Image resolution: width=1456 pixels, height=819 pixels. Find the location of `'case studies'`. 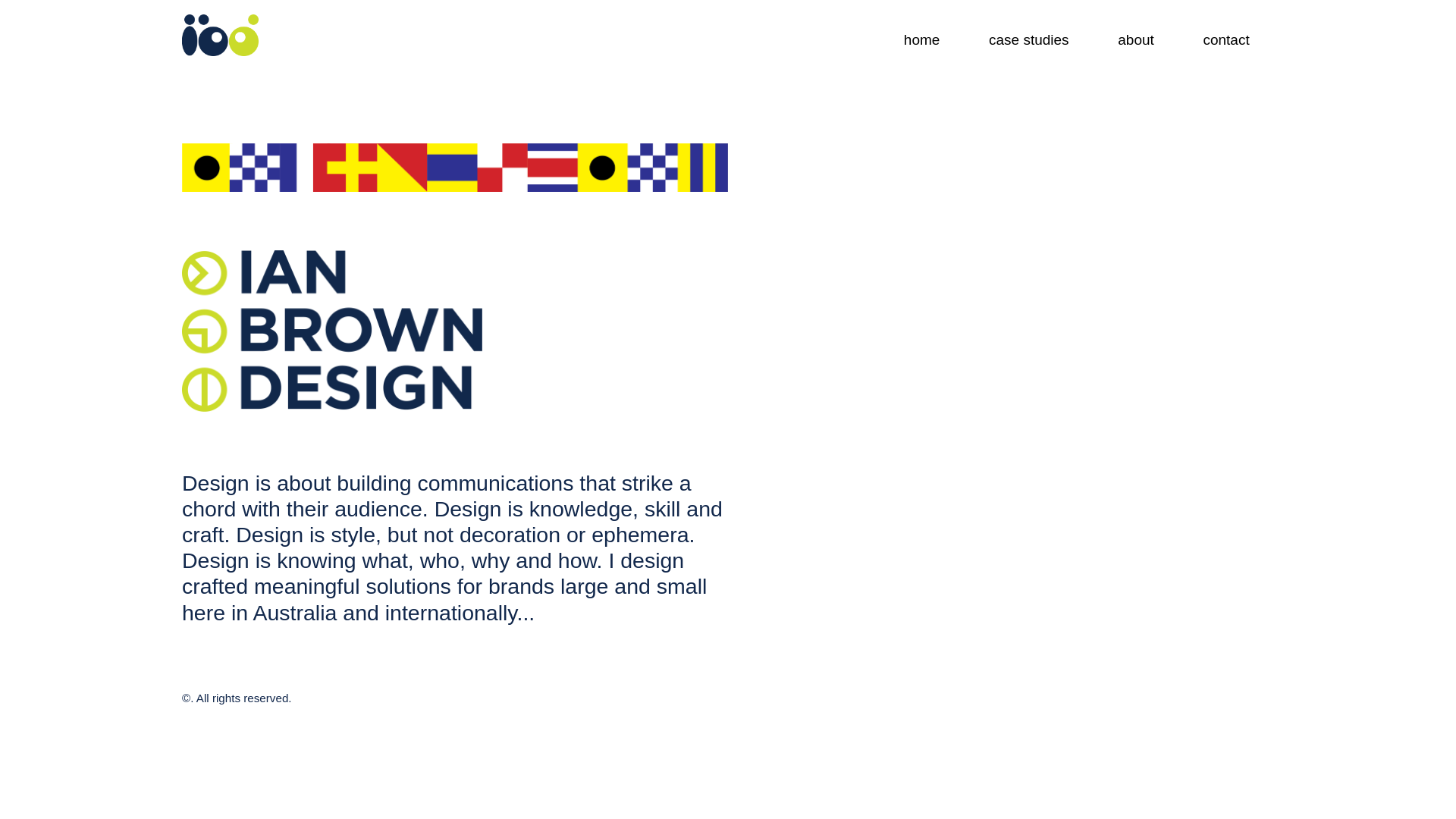

'case studies' is located at coordinates (1029, 39).